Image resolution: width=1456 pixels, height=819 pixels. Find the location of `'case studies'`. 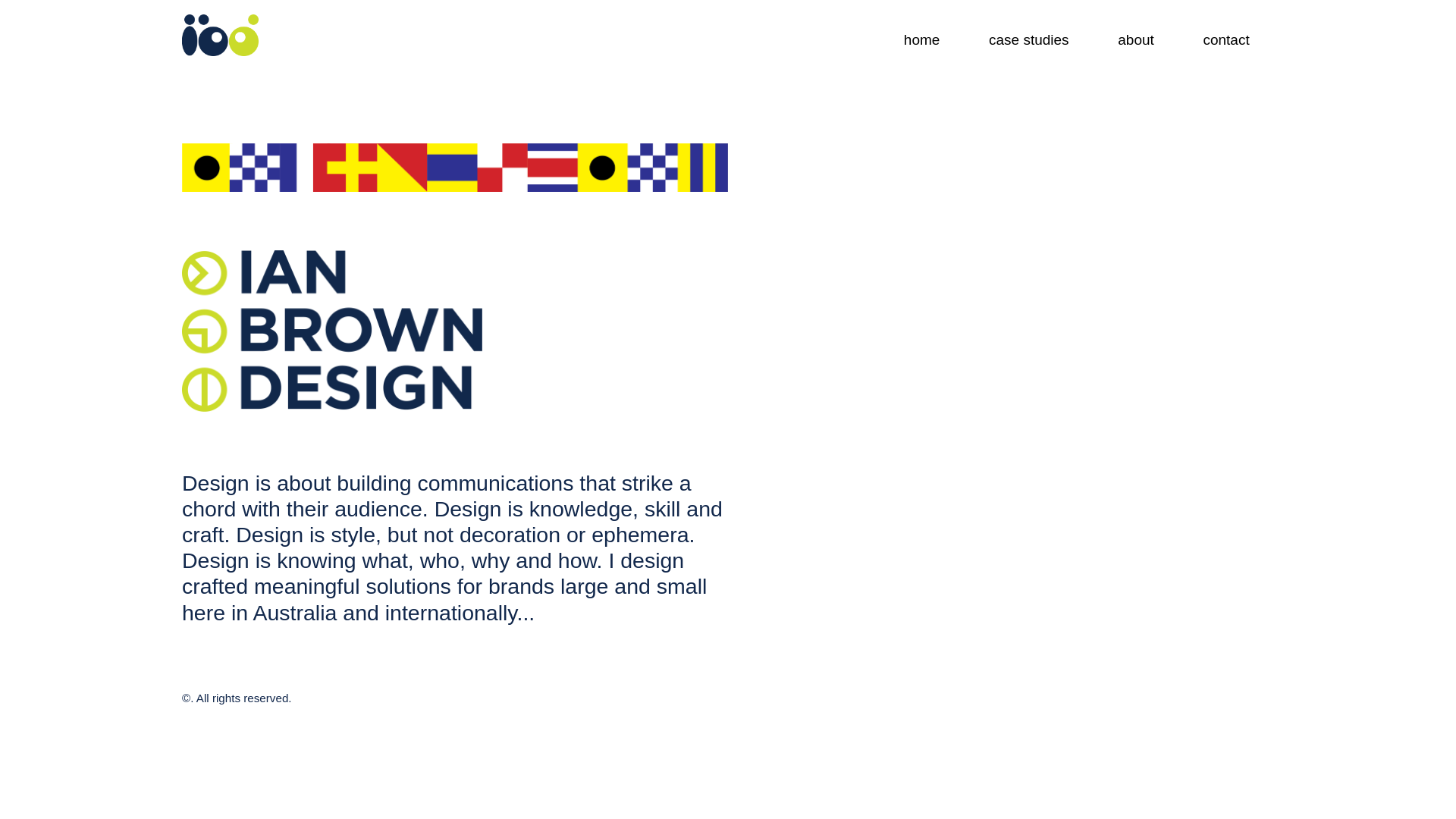

'case studies' is located at coordinates (1029, 39).